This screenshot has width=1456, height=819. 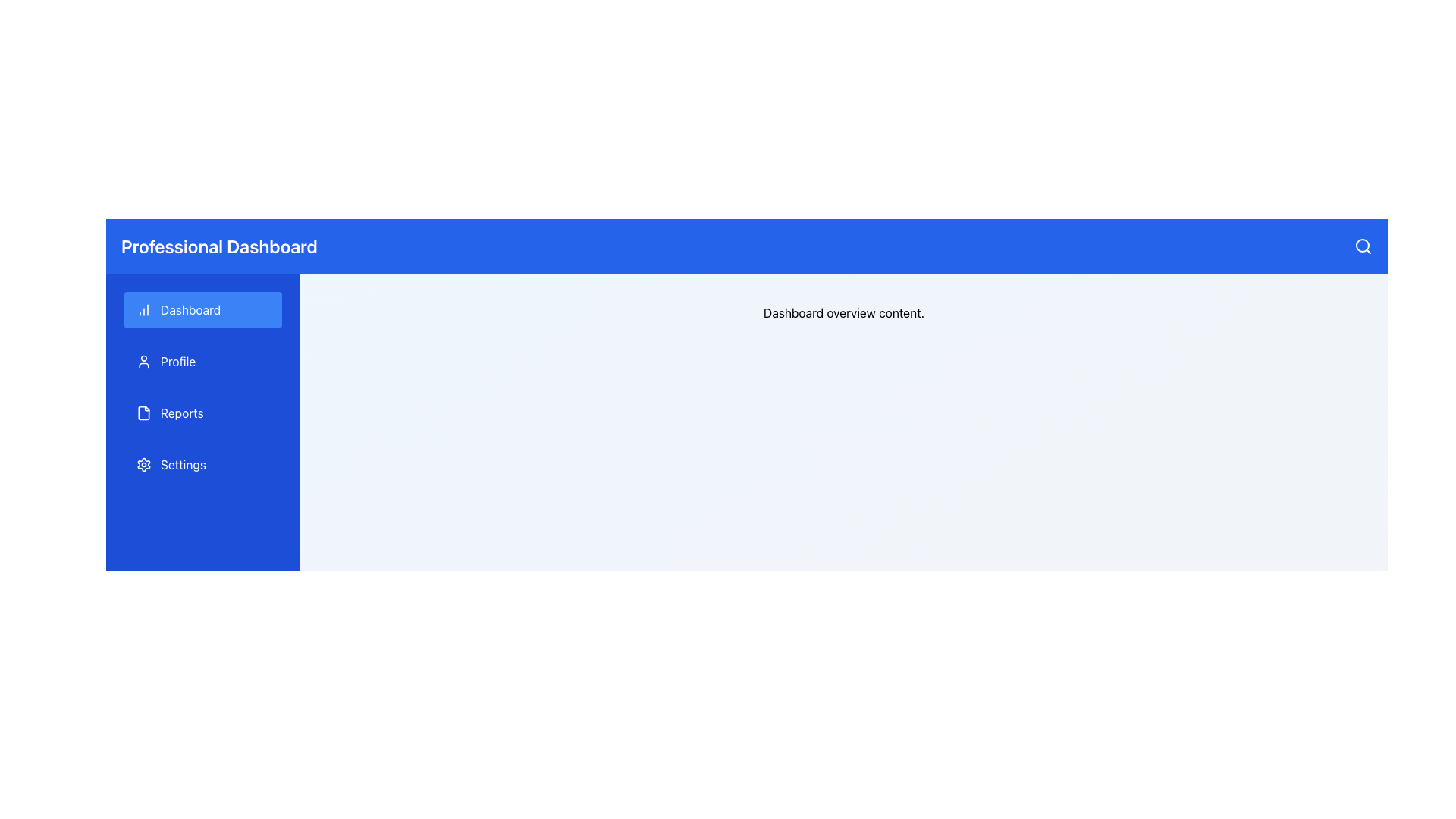 What do you see at coordinates (1363, 245) in the screenshot?
I see `the search icon (magnifying glass) located in the top-right corner of the header bar next to the text 'Professional Dashboard' to initiate a search` at bounding box center [1363, 245].